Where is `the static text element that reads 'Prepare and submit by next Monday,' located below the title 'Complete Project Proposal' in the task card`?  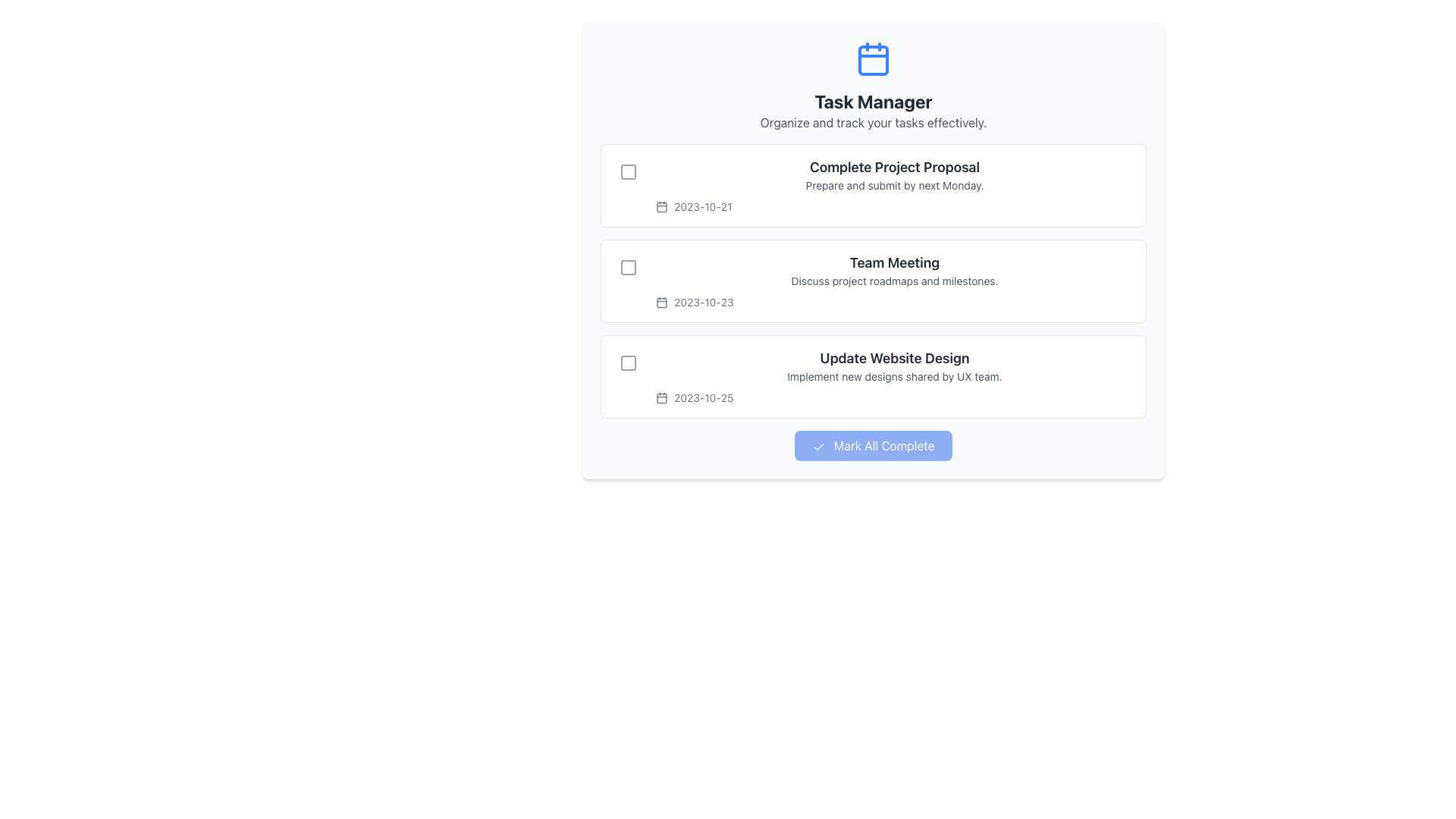
the static text element that reads 'Prepare and submit by next Monday,' located below the title 'Complete Project Proposal' in the task card is located at coordinates (895, 185).